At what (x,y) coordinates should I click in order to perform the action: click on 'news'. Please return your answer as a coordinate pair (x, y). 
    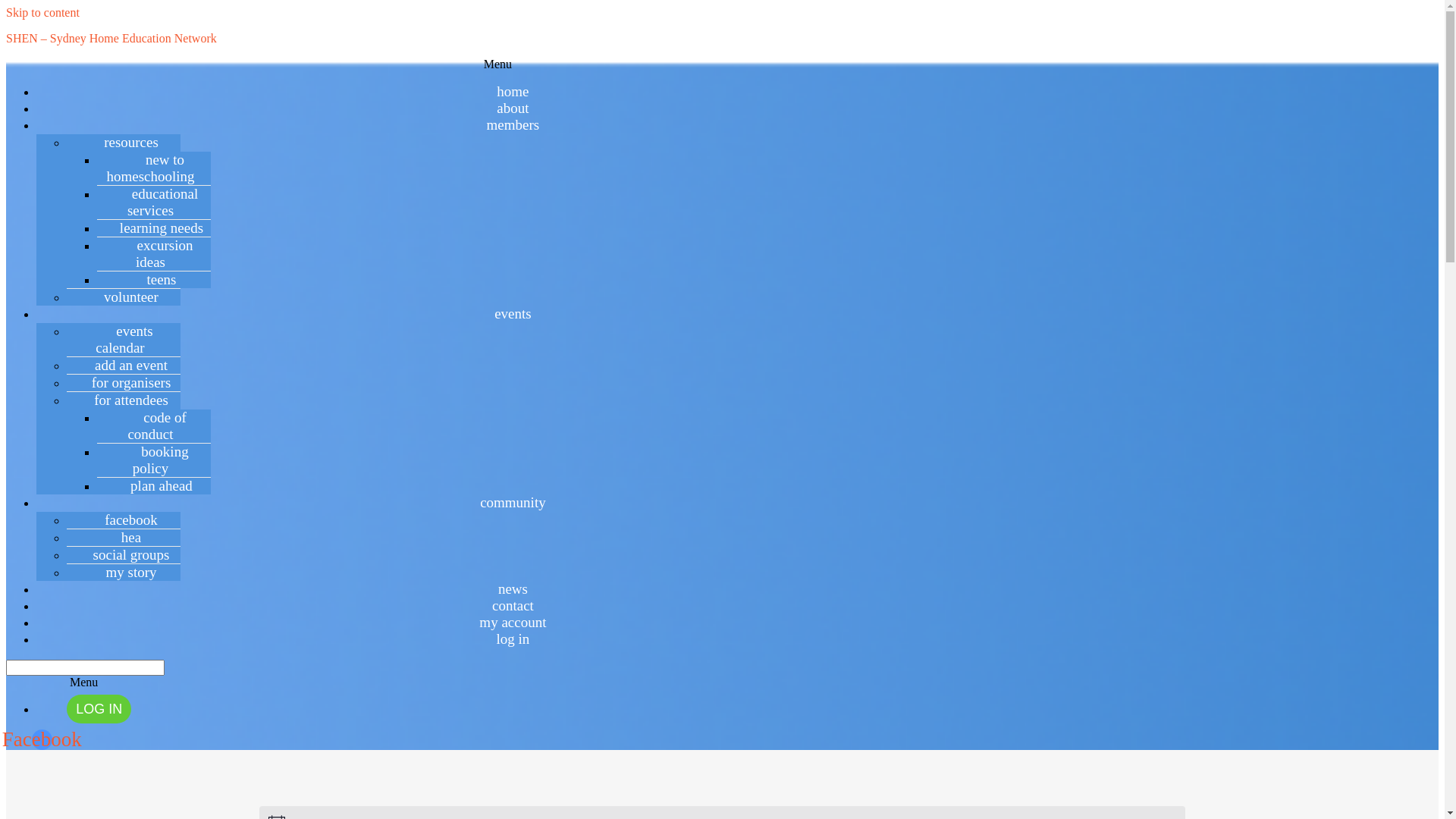
    Looking at the image, I should click on (513, 588).